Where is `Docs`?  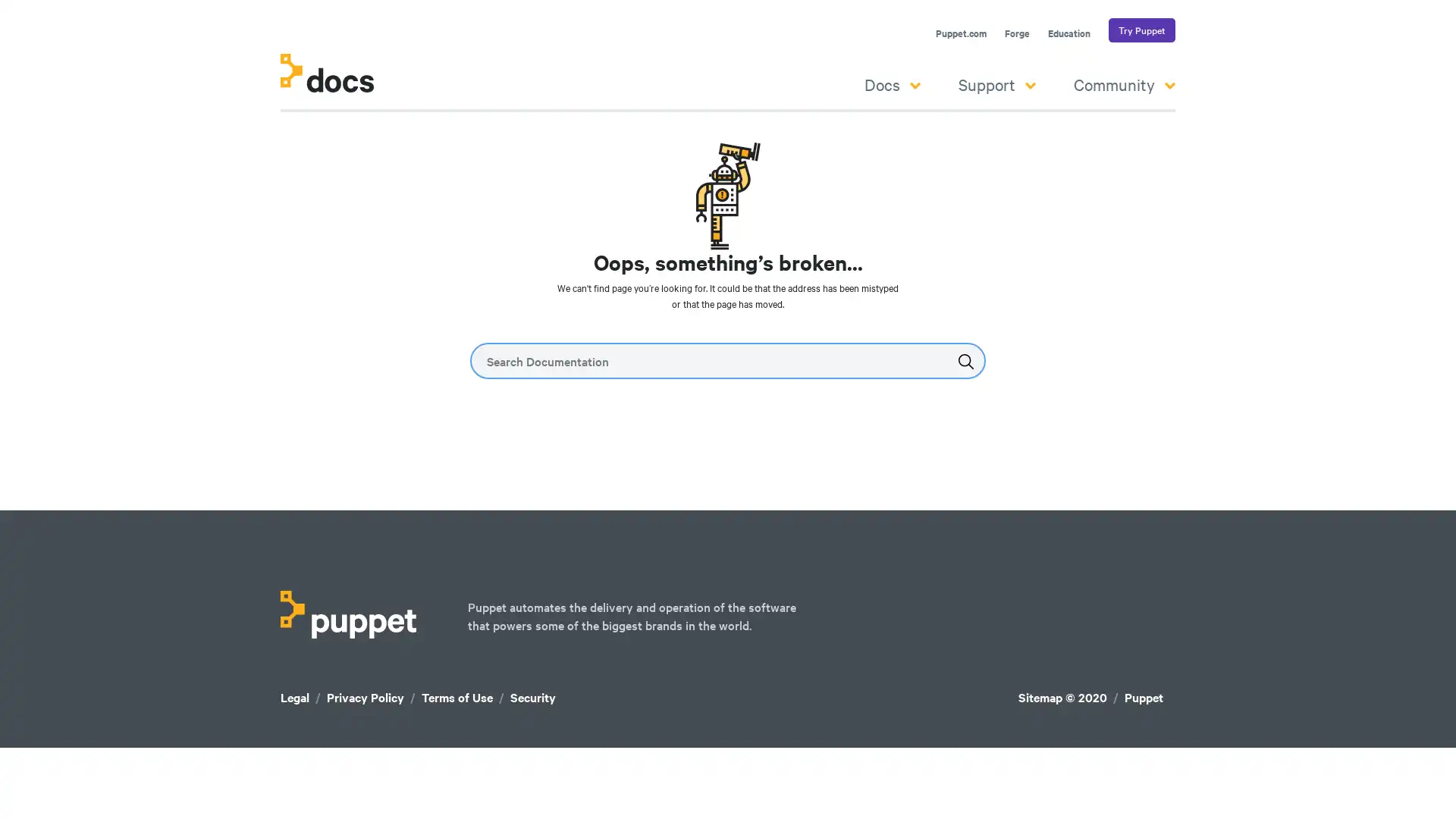
Docs is located at coordinates (892, 92).